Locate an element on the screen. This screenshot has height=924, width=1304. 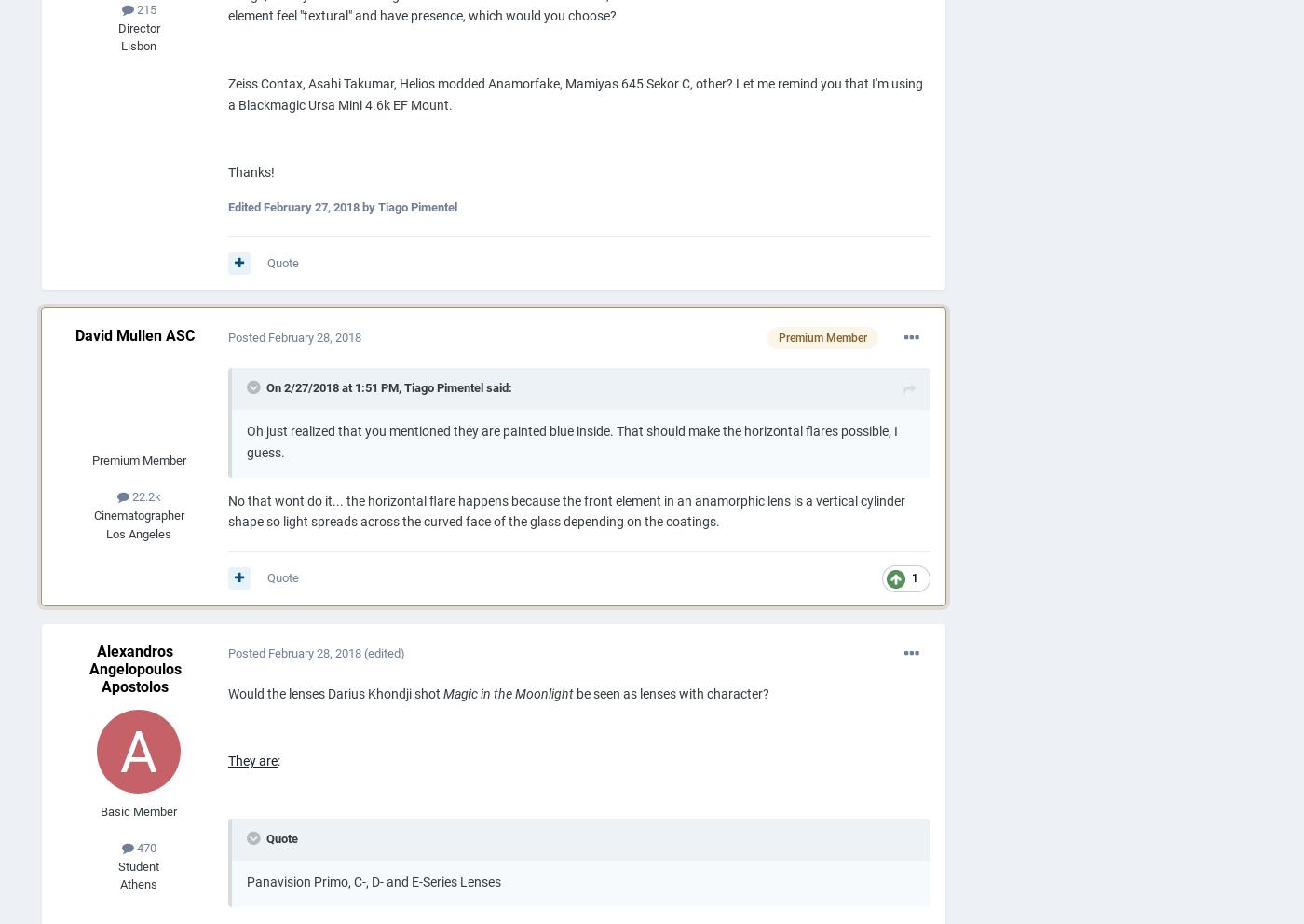
'Would the lenses Darius Khondji shot' is located at coordinates (227, 693).